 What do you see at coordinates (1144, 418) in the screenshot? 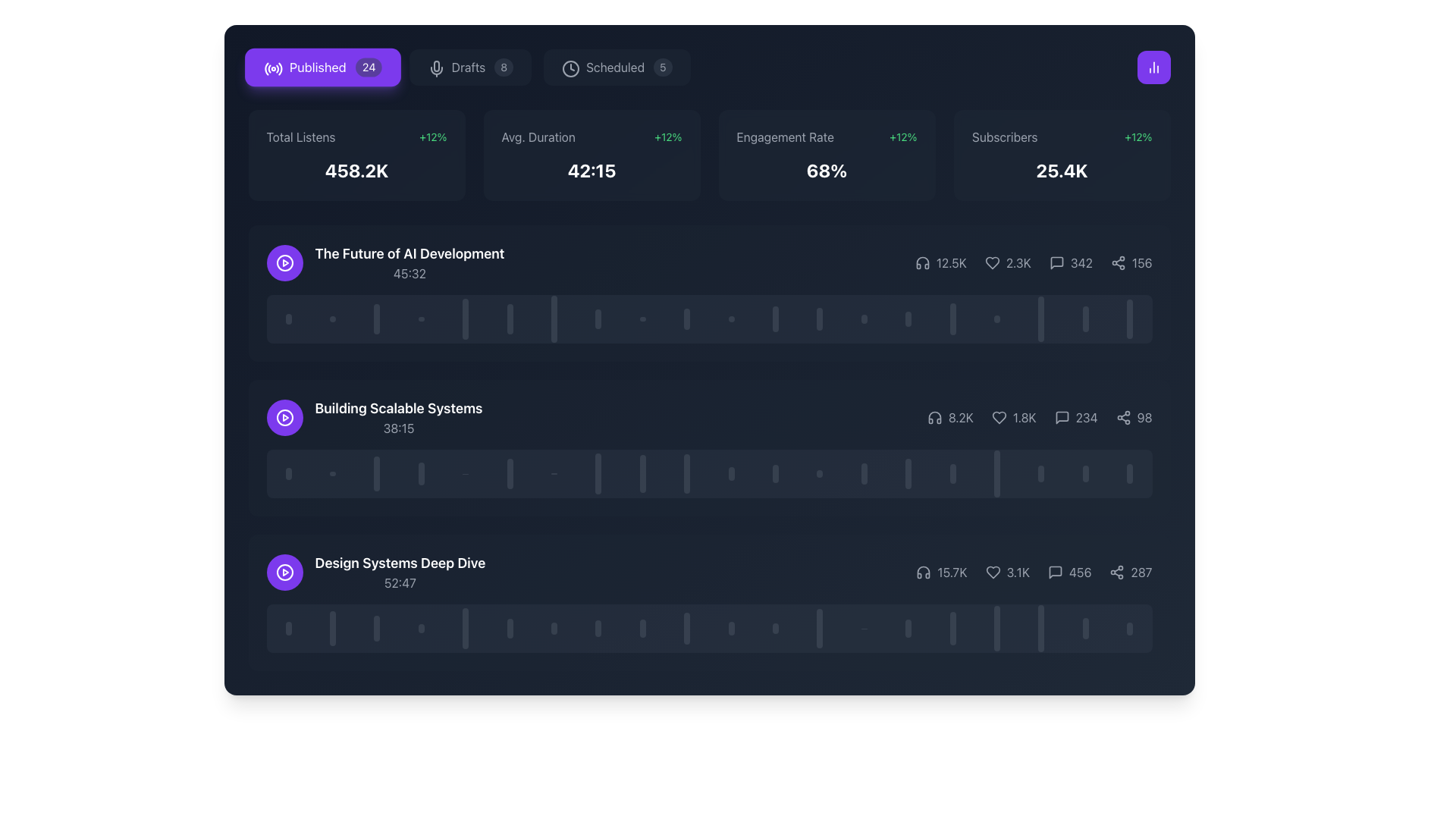
I see `the static text displaying the number '98' in gray color located to the right of the share icon for the 'Building Scalable Systems' entry` at bounding box center [1144, 418].